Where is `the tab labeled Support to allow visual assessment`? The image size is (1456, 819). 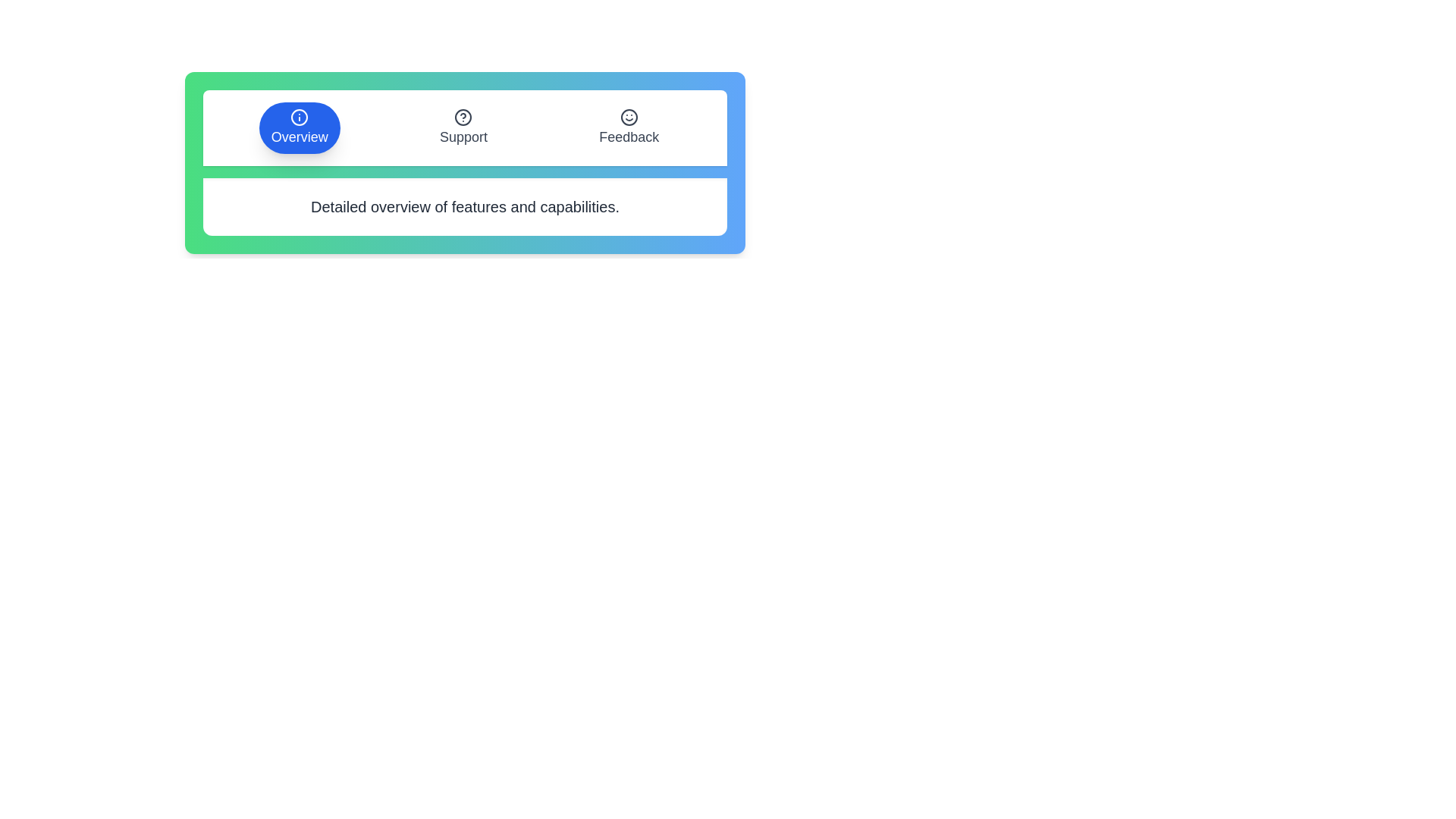 the tab labeled Support to allow visual assessment is located at coordinates (463, 127).